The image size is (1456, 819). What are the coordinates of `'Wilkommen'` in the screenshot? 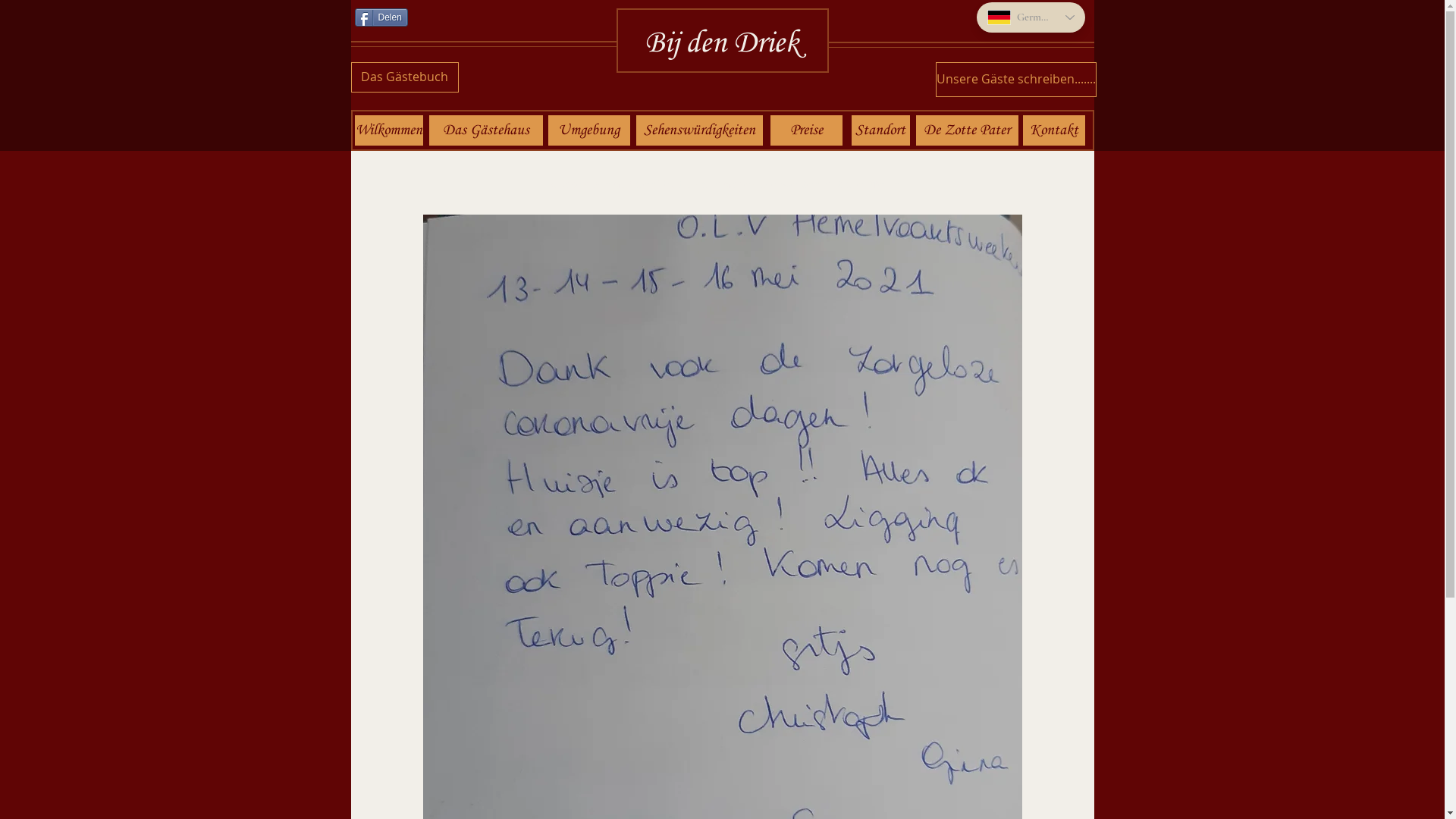 It's located at (389, 130).